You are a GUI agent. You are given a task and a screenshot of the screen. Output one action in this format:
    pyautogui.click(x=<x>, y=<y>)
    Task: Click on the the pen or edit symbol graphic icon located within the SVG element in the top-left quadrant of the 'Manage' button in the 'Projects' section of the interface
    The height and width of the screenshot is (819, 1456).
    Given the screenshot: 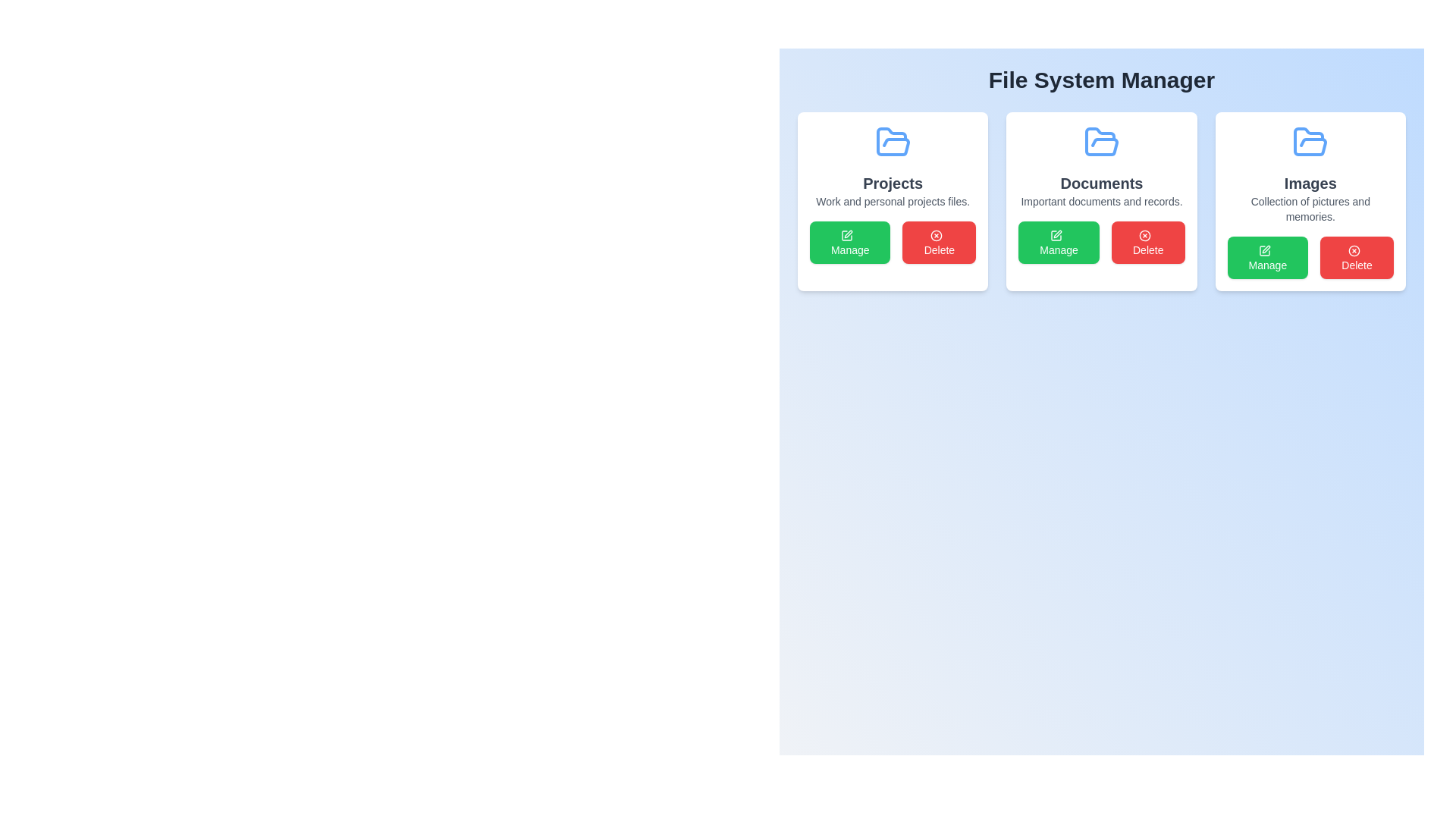 What is the action you would take?
    pyautogui.click(x=848, y=234)
    